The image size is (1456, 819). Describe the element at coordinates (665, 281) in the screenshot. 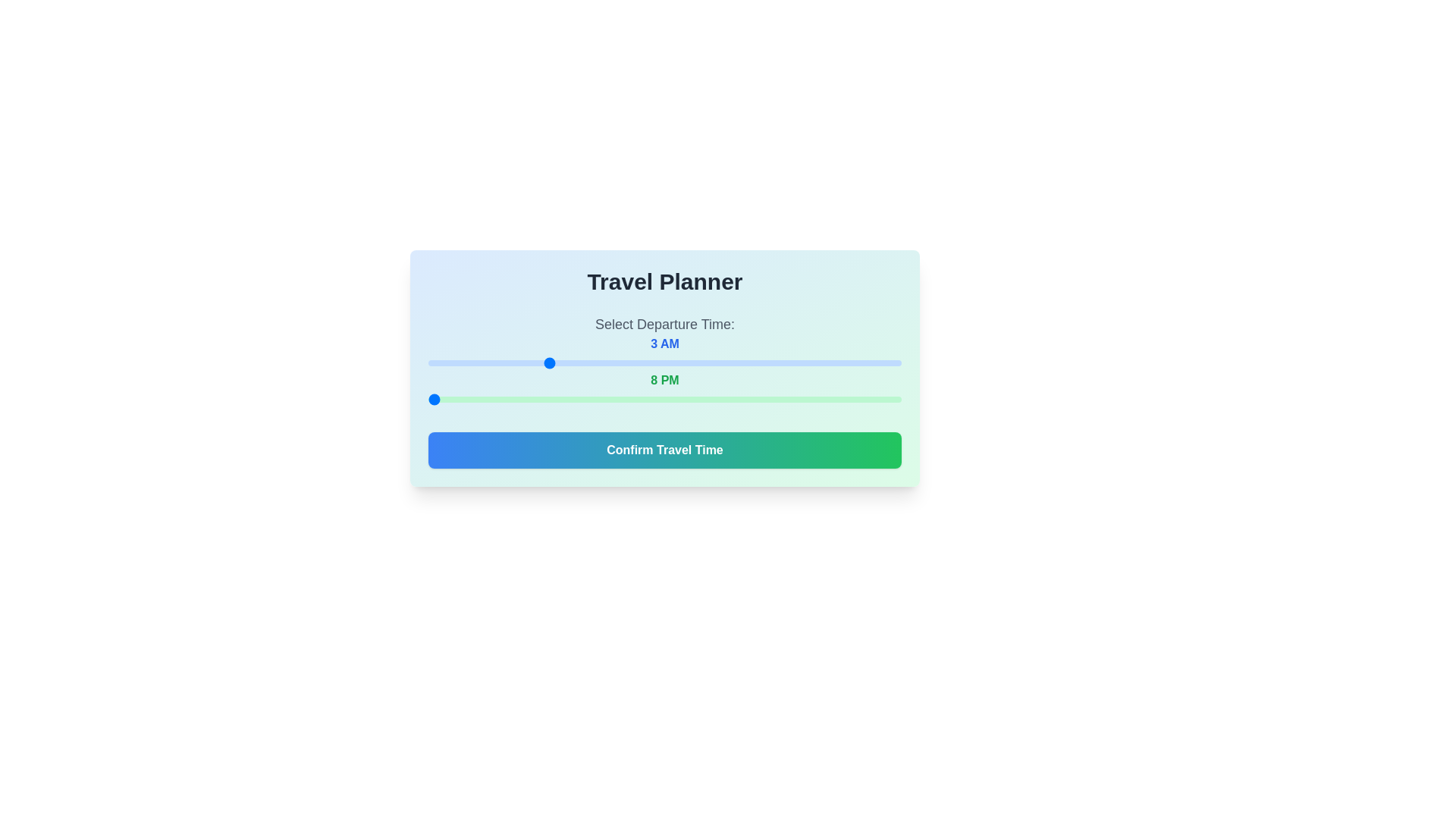

I see `the bold, centered heading labeled 'Travel Planner' at the top of the card-like structure` at that location.